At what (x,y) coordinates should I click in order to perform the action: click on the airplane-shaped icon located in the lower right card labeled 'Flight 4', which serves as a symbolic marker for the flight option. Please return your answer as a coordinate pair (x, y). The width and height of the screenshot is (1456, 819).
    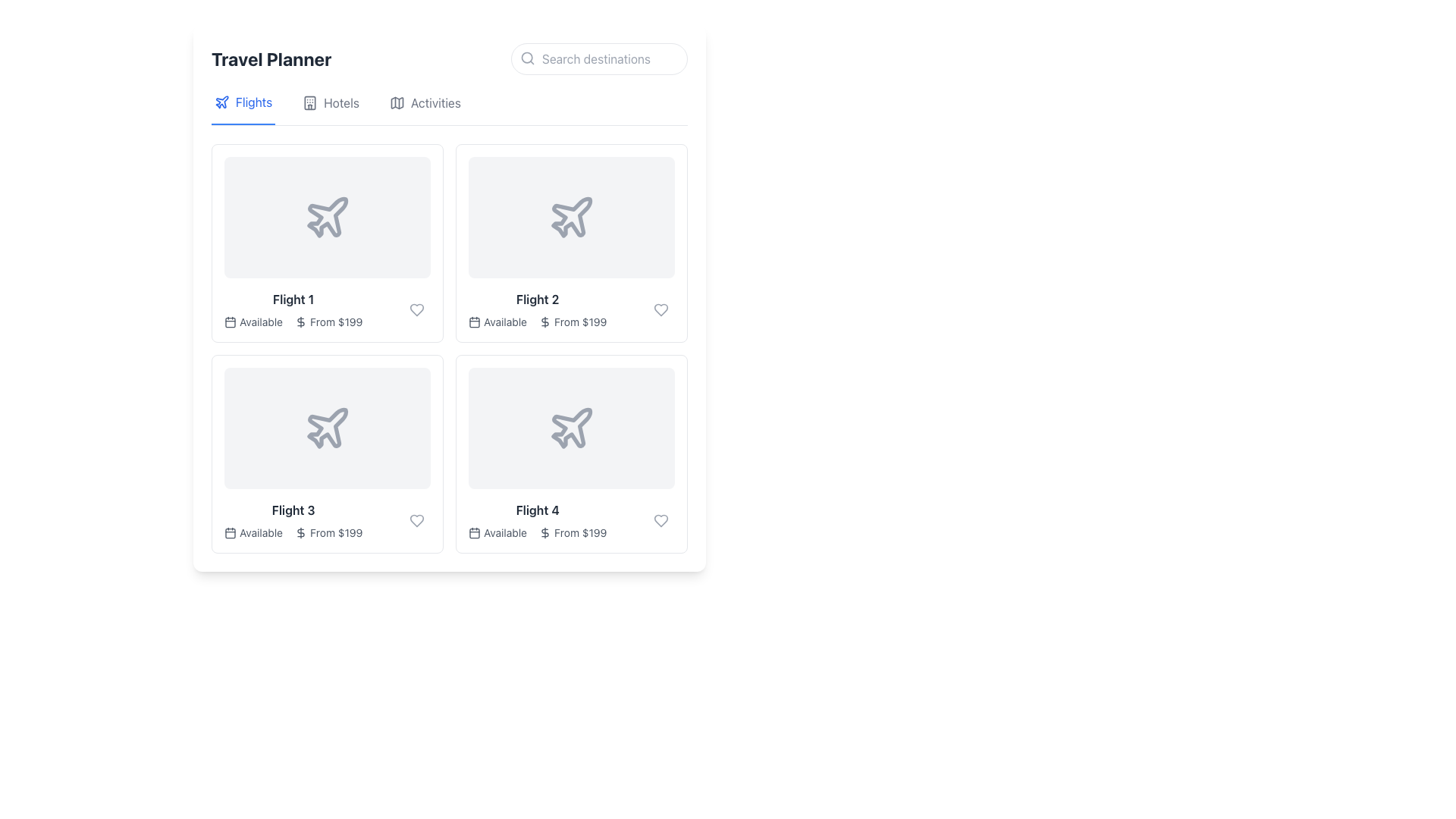
    Looking at the image, I should click on (571, 428).